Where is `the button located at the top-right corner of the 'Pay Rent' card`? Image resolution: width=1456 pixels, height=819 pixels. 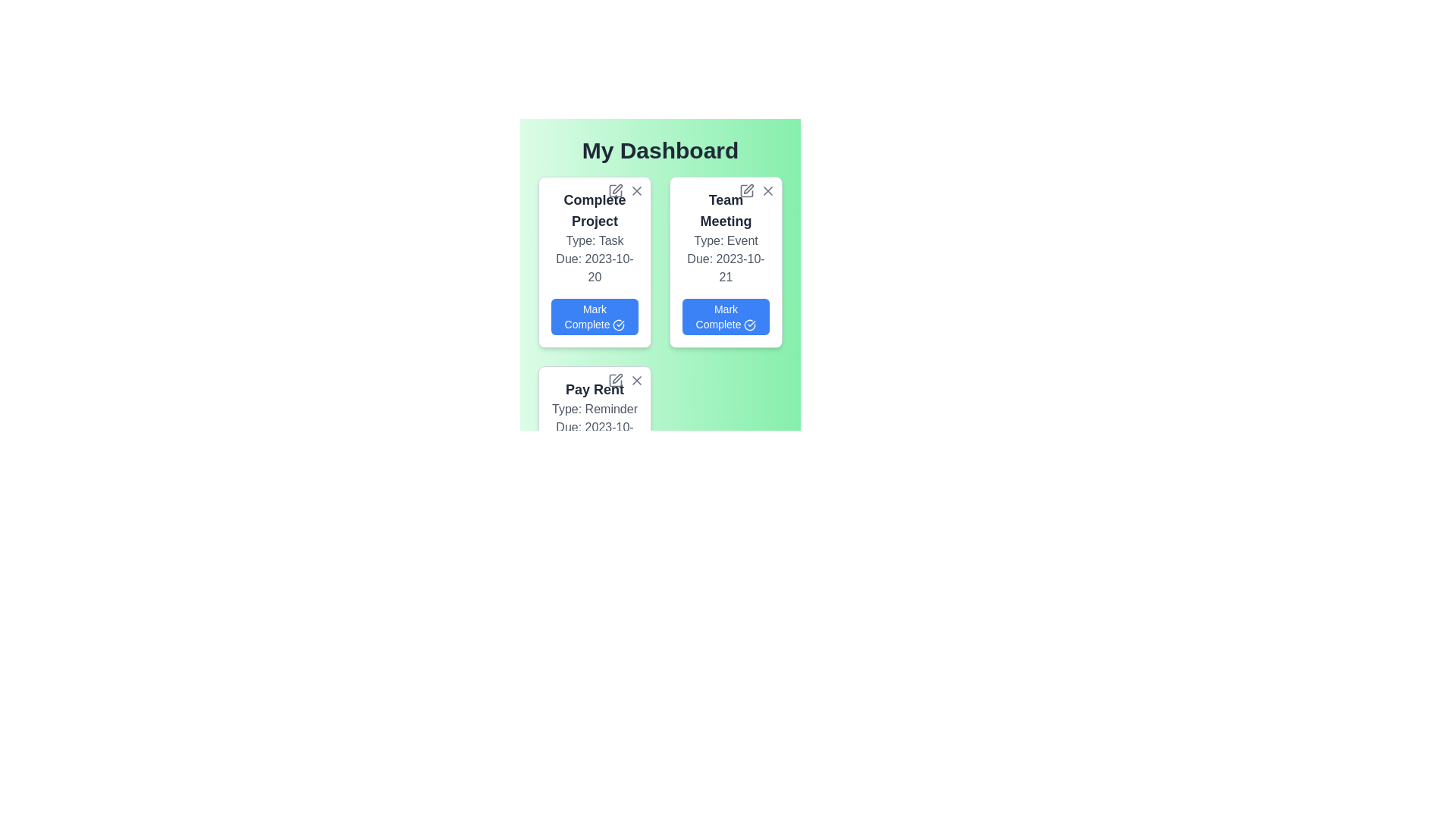
the button located at the top-right corner of the 'Pay Rent' card is located at coordinates (637, 379).